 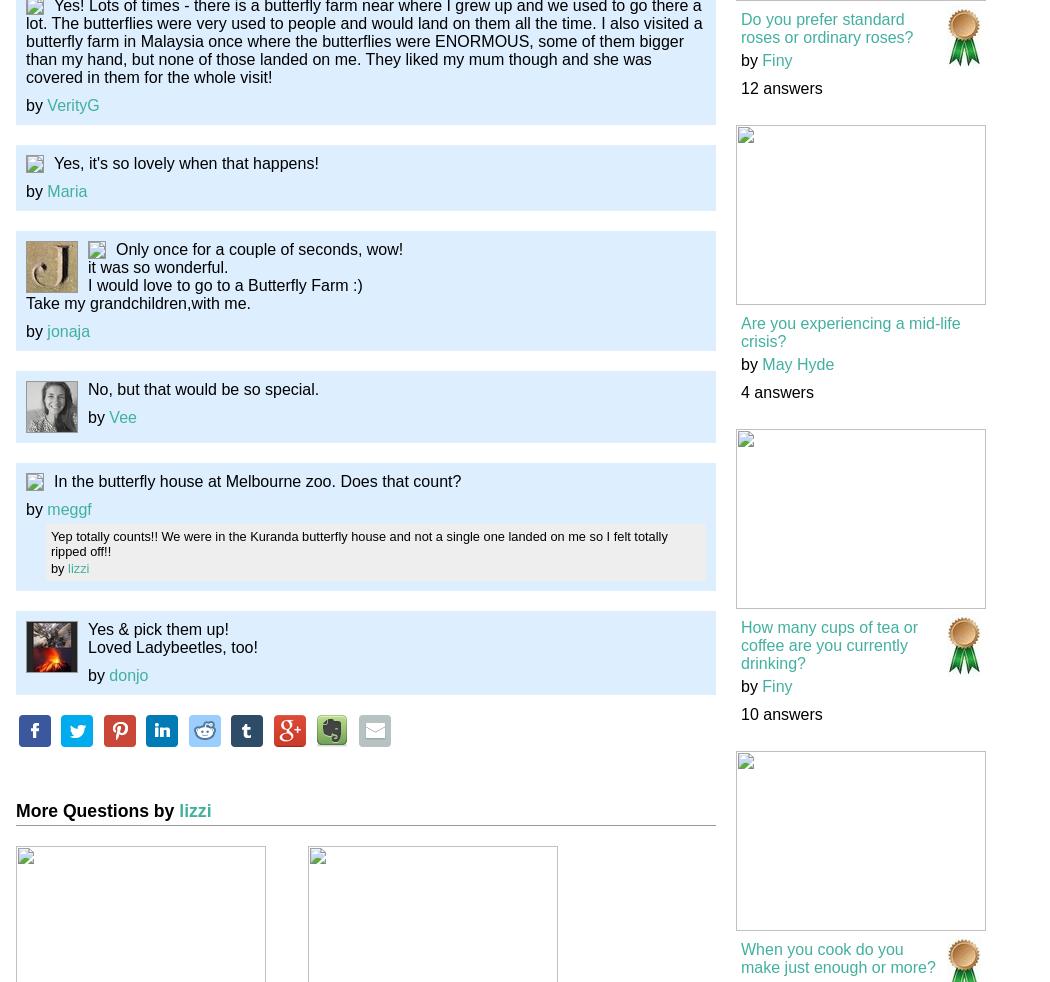 I want to click on 'VerityG', so click(x=46, y=103).